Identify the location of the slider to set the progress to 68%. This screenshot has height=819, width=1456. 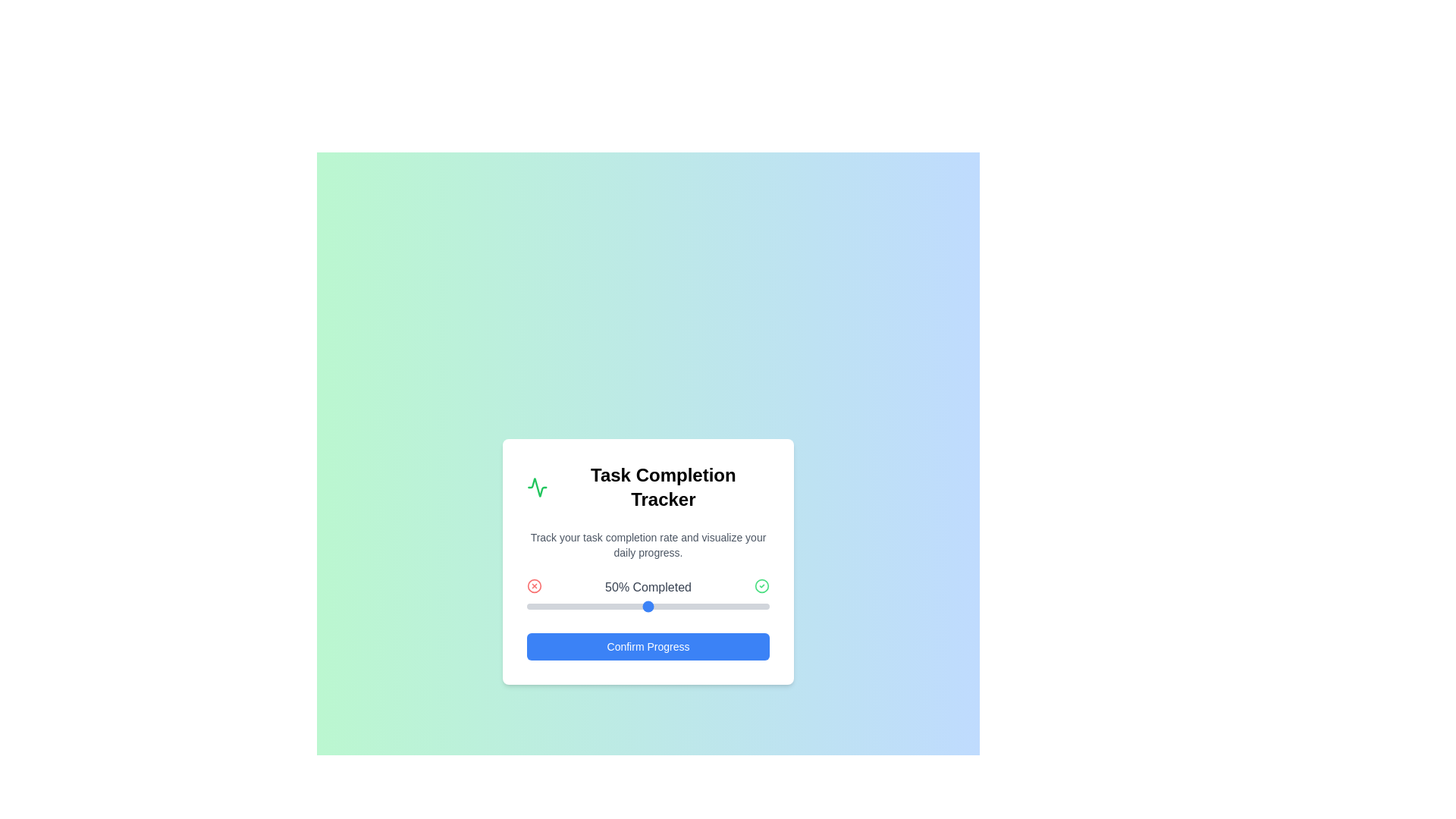
(691, 605).